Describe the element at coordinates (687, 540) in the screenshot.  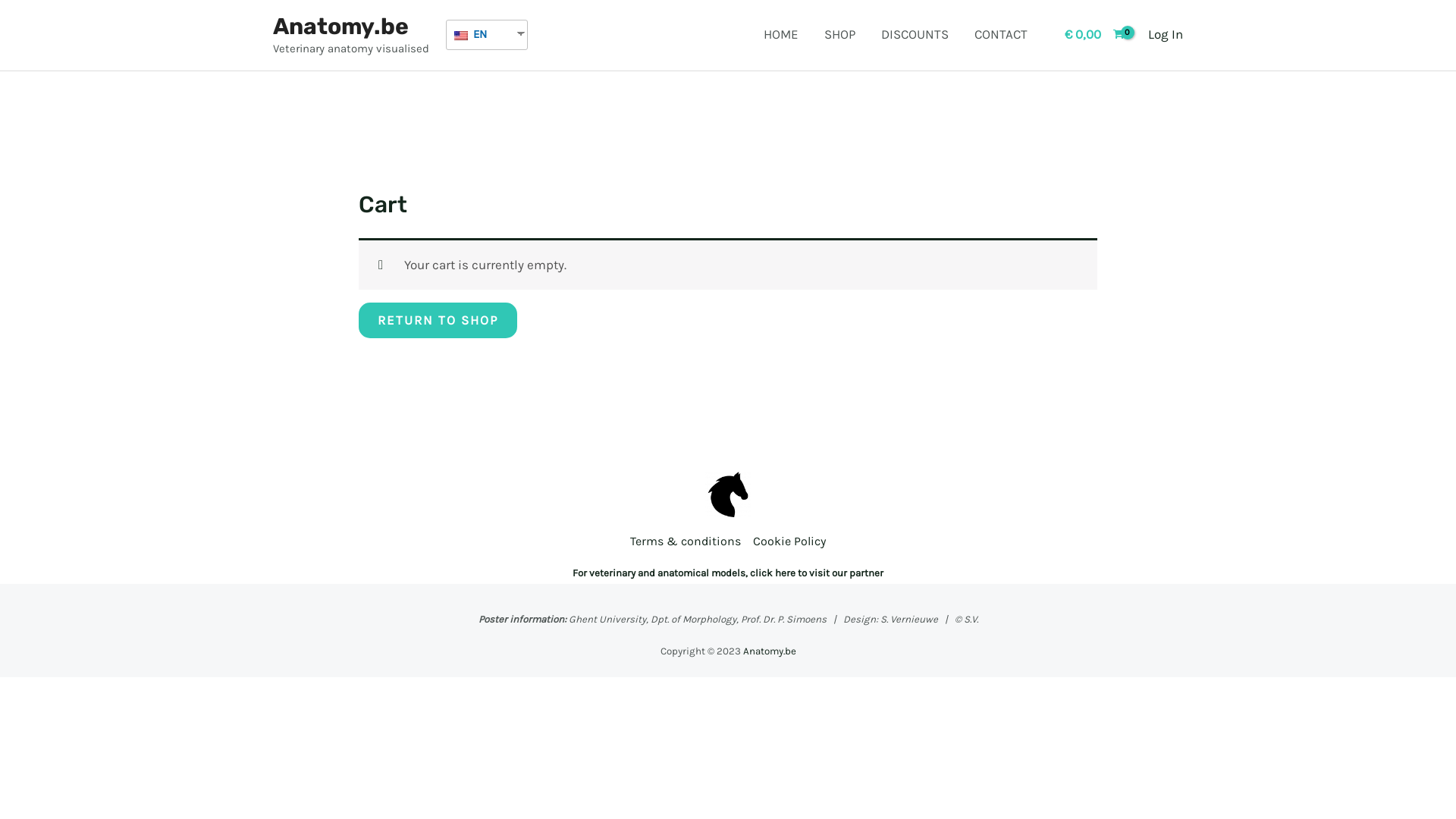
I see `'Terms & conditions'` at that location.